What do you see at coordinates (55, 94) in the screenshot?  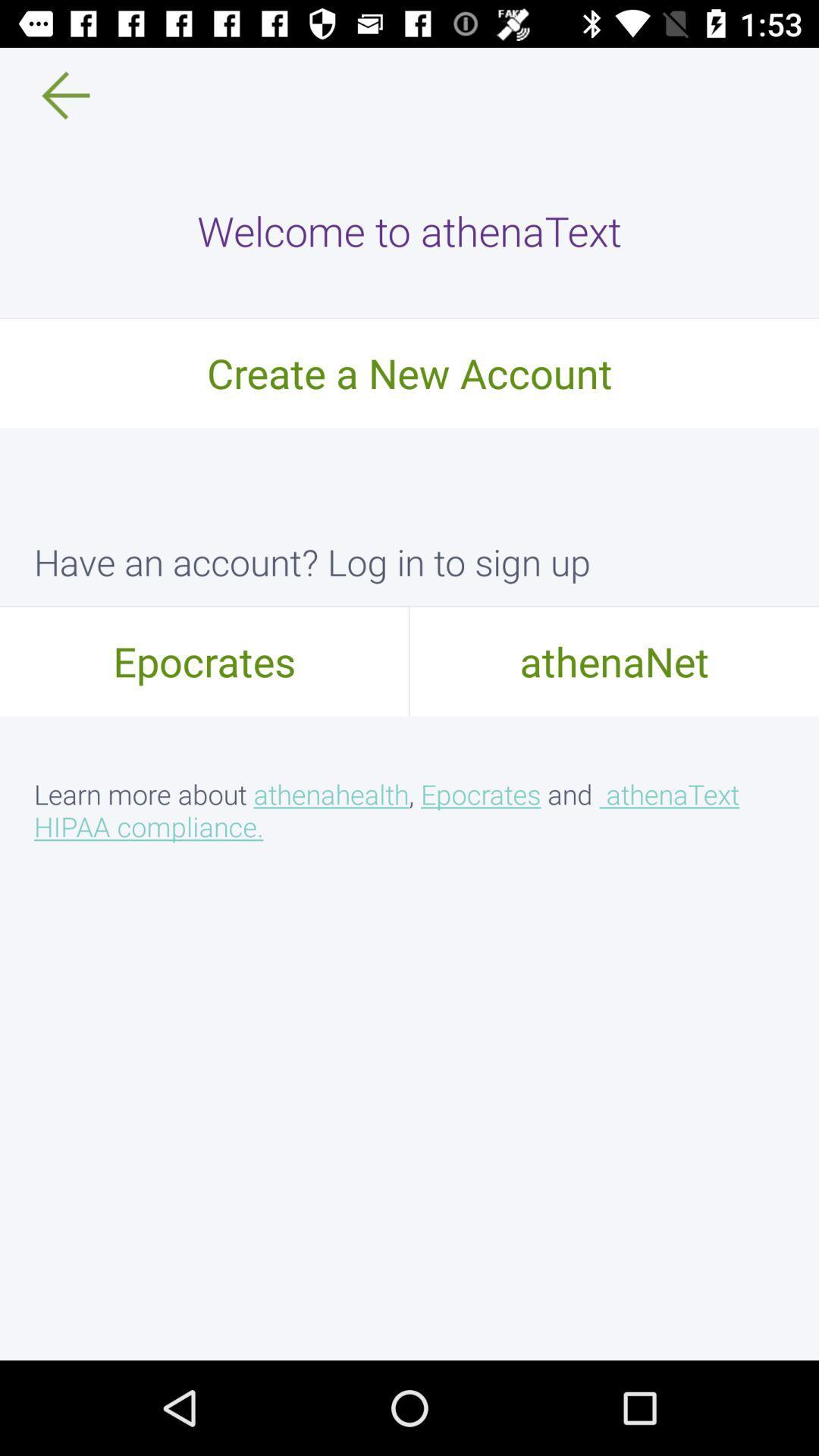 I see `the icon at the top left corner` at bounding box center [55, 94].